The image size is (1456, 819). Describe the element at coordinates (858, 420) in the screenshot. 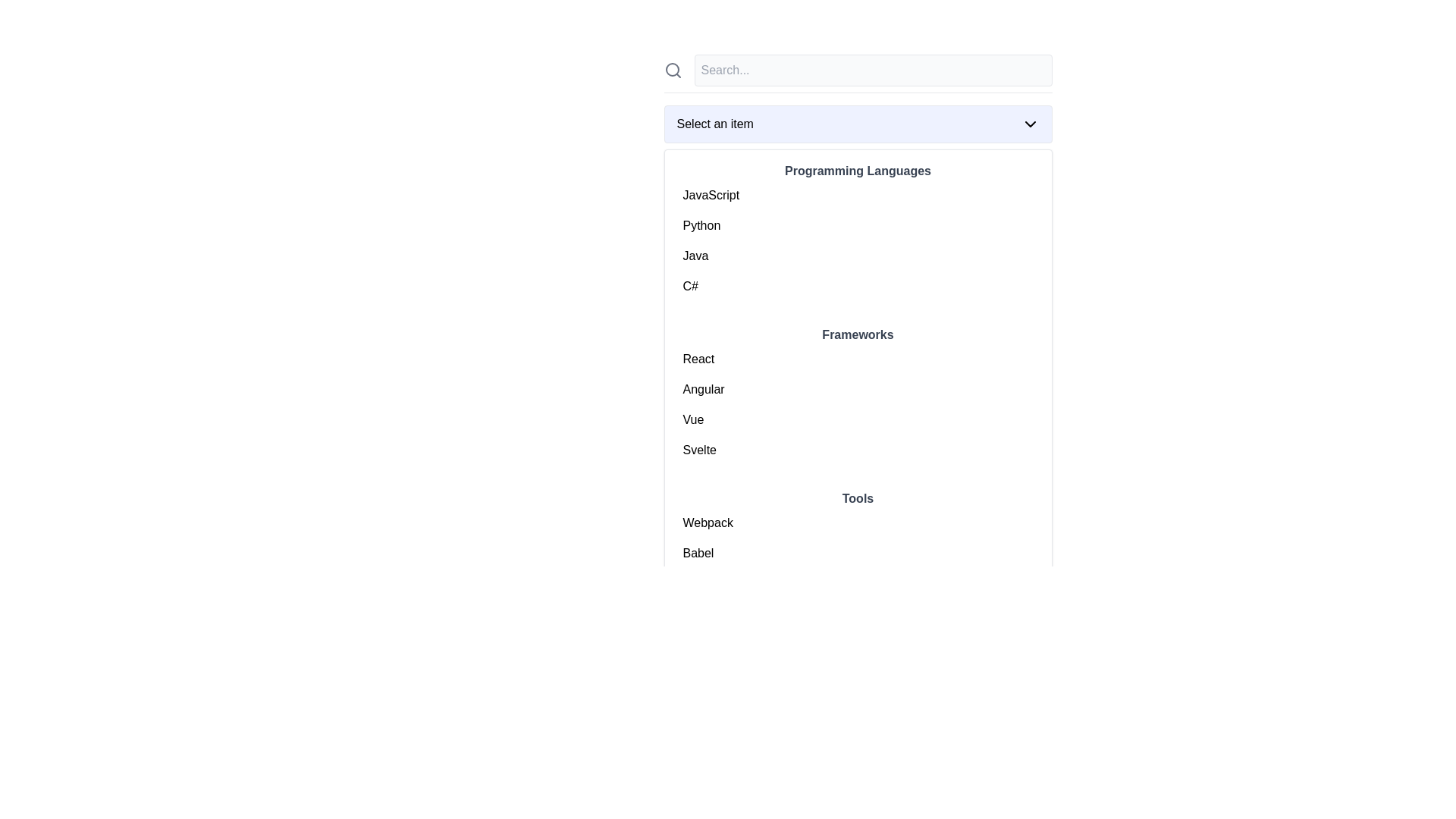

I see `on the third item in the list of framework options labeled 'Vue'` at that location.